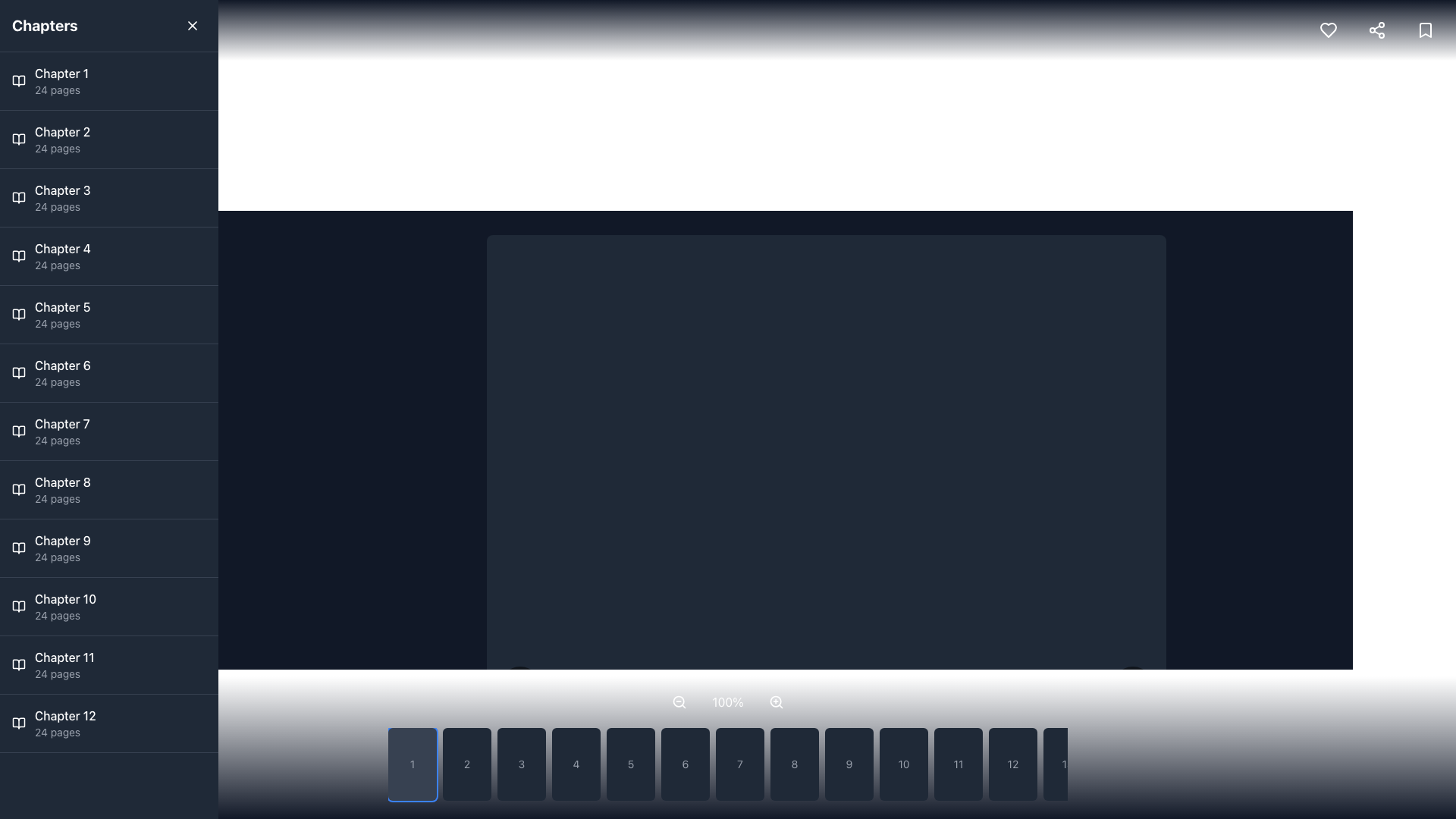 Image resolution: width=1456 pixels, height=819 pixels. What do you see at coordinates (61, 557) in the screenshot?
I see `the text label that provides additional information about Chapter 9, specifically the number of pages it contains, located directly below the title 'Chapter 9'` at bounding box center [61, 557].